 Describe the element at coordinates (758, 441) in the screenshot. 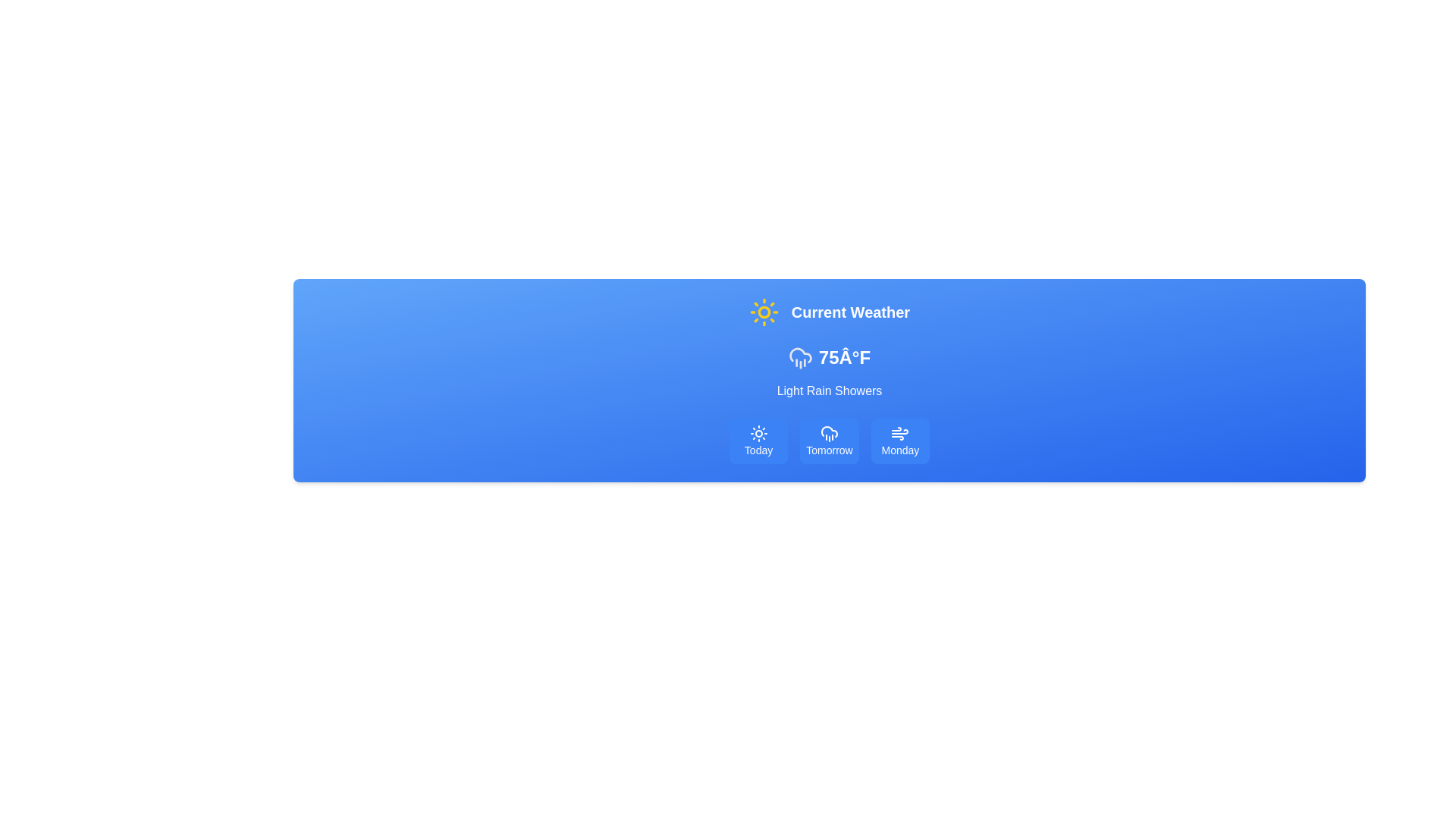

I see `the 'Today' button with a blue background and white sun icon, located to the left of 'Tomorrow' and 'Monday'` at that location.